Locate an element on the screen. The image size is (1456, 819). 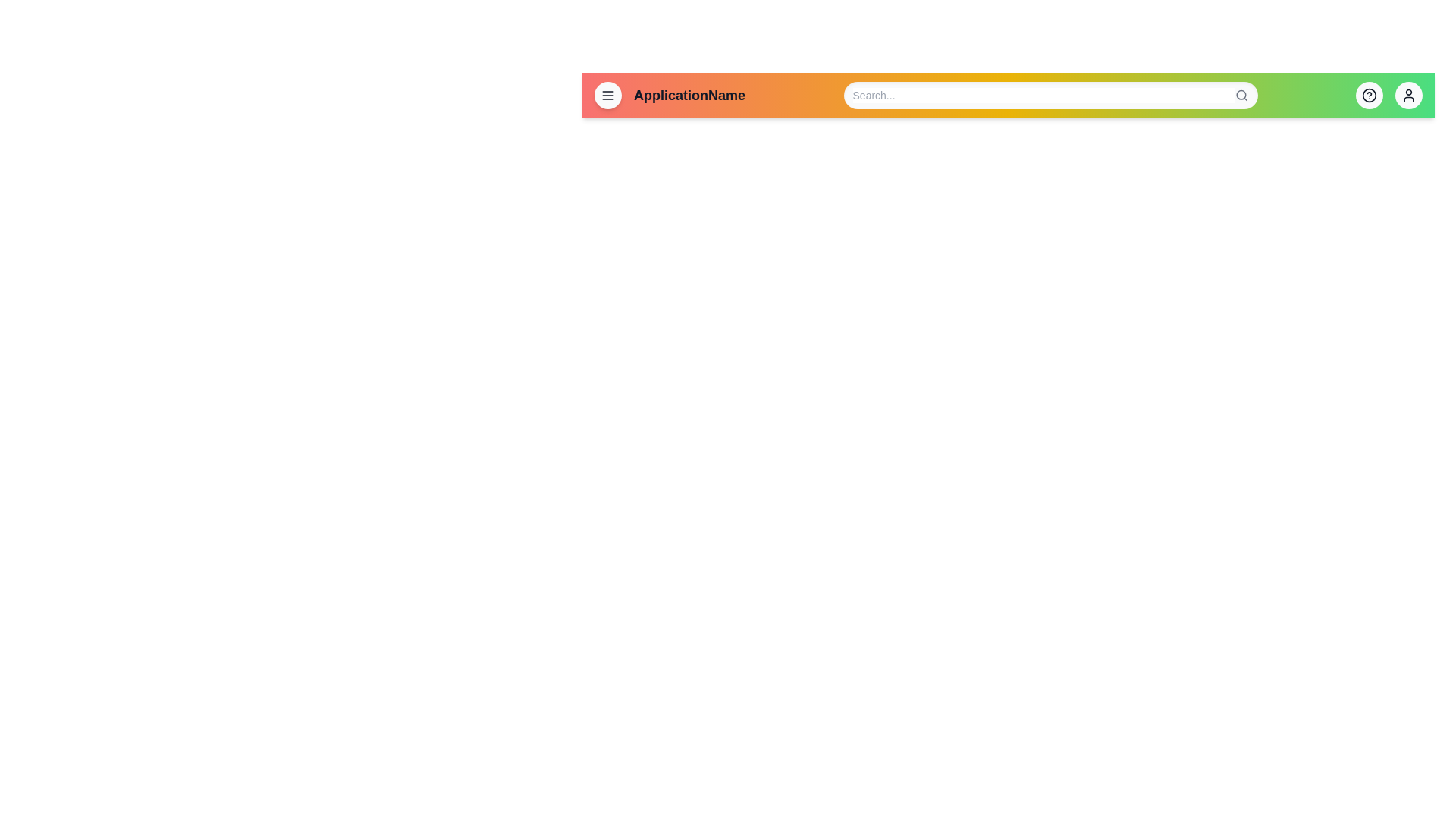
the user profile icon to view or edit profile settings is located at coordinates (1407, 96).